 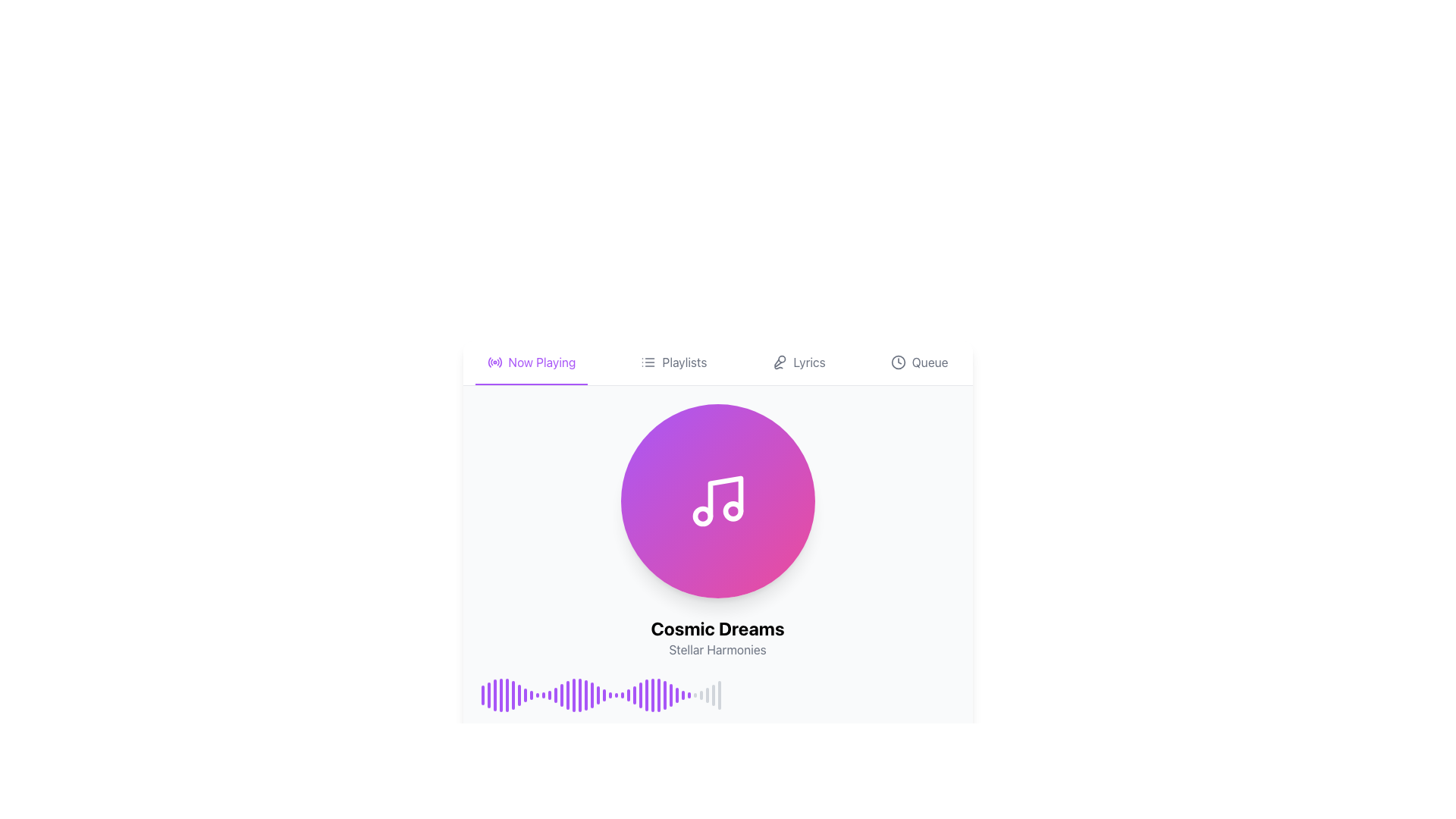 I want to click on the 'Now Playing' icon, which serves as a decorative element in the 'Now Playing' tab header, located to the left of the text label 'Now Playing', so click(x=494, y=362).